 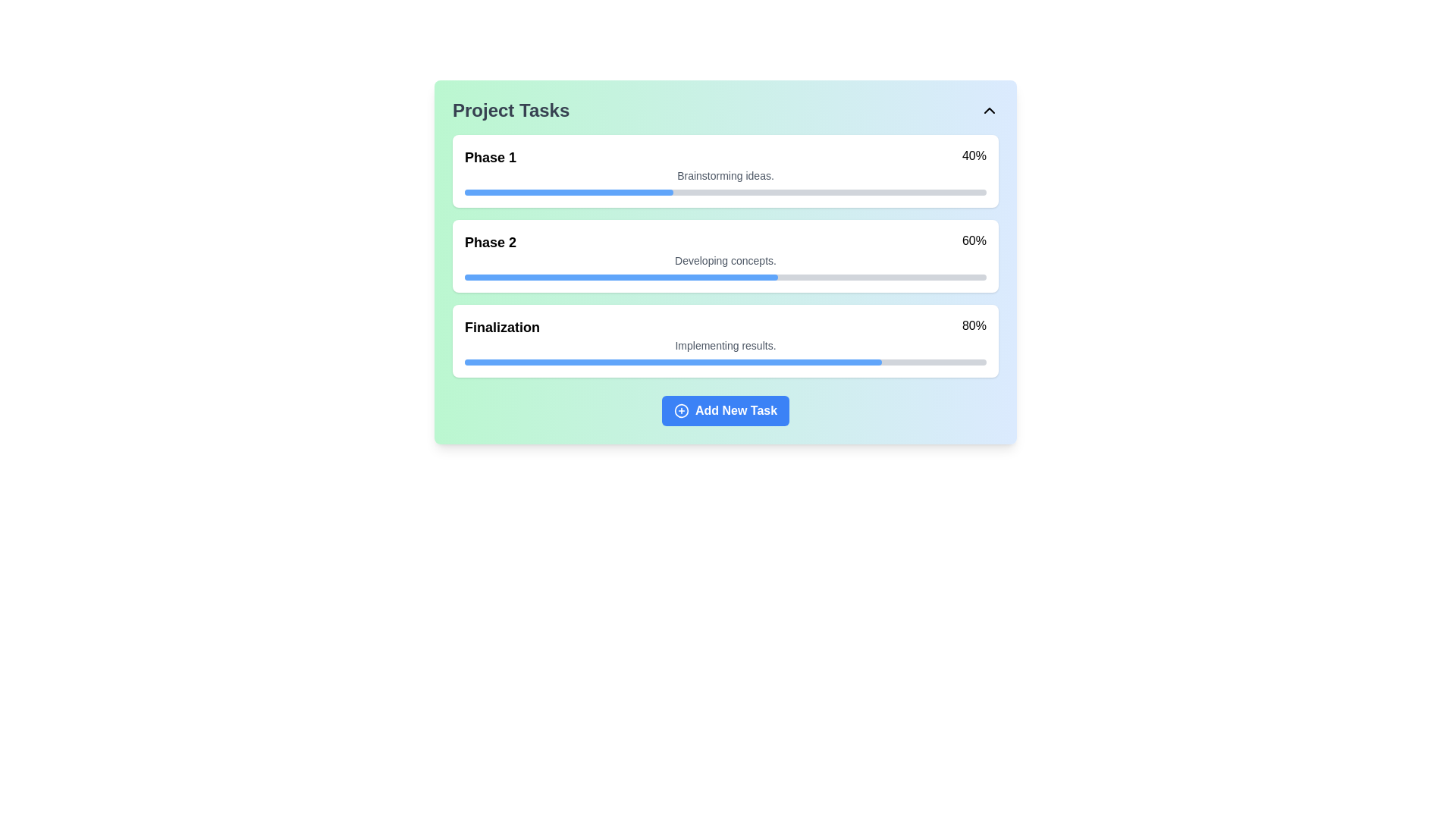 I want to click on the text label displaying 'Developing concepts.' which is a small, gray font aligned under 'Phase 2' and '60%' within a rounded rectangle card in the 'Project Tasks' section, so click(x=724, y=259).